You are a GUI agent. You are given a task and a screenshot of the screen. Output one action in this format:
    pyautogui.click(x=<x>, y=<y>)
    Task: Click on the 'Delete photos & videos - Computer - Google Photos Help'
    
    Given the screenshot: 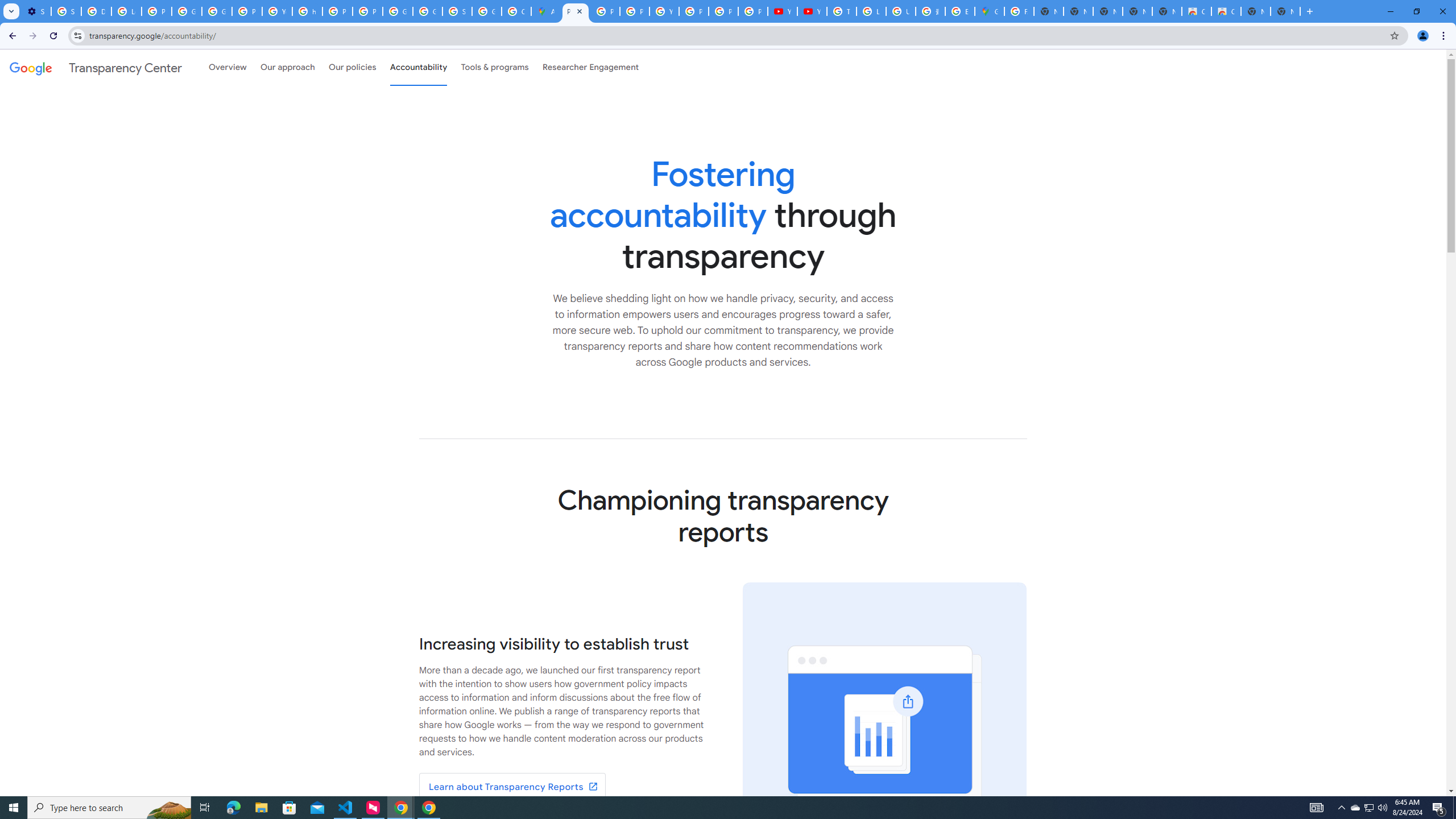 What is the action you would take?
    pyautogui.click(x=95, y=11)
    